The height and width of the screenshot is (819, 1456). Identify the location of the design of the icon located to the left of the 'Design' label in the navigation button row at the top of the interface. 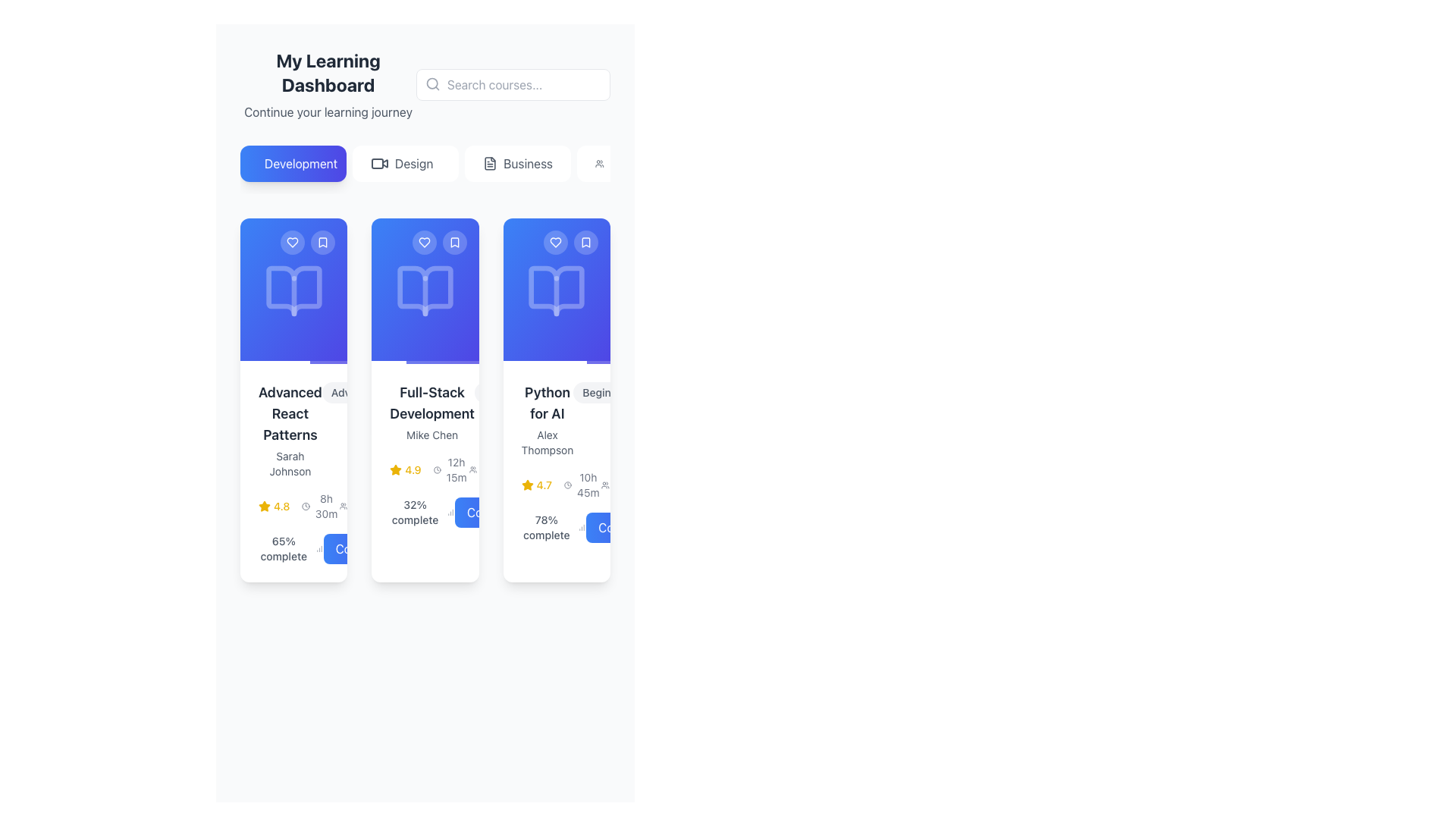
(379, 164).